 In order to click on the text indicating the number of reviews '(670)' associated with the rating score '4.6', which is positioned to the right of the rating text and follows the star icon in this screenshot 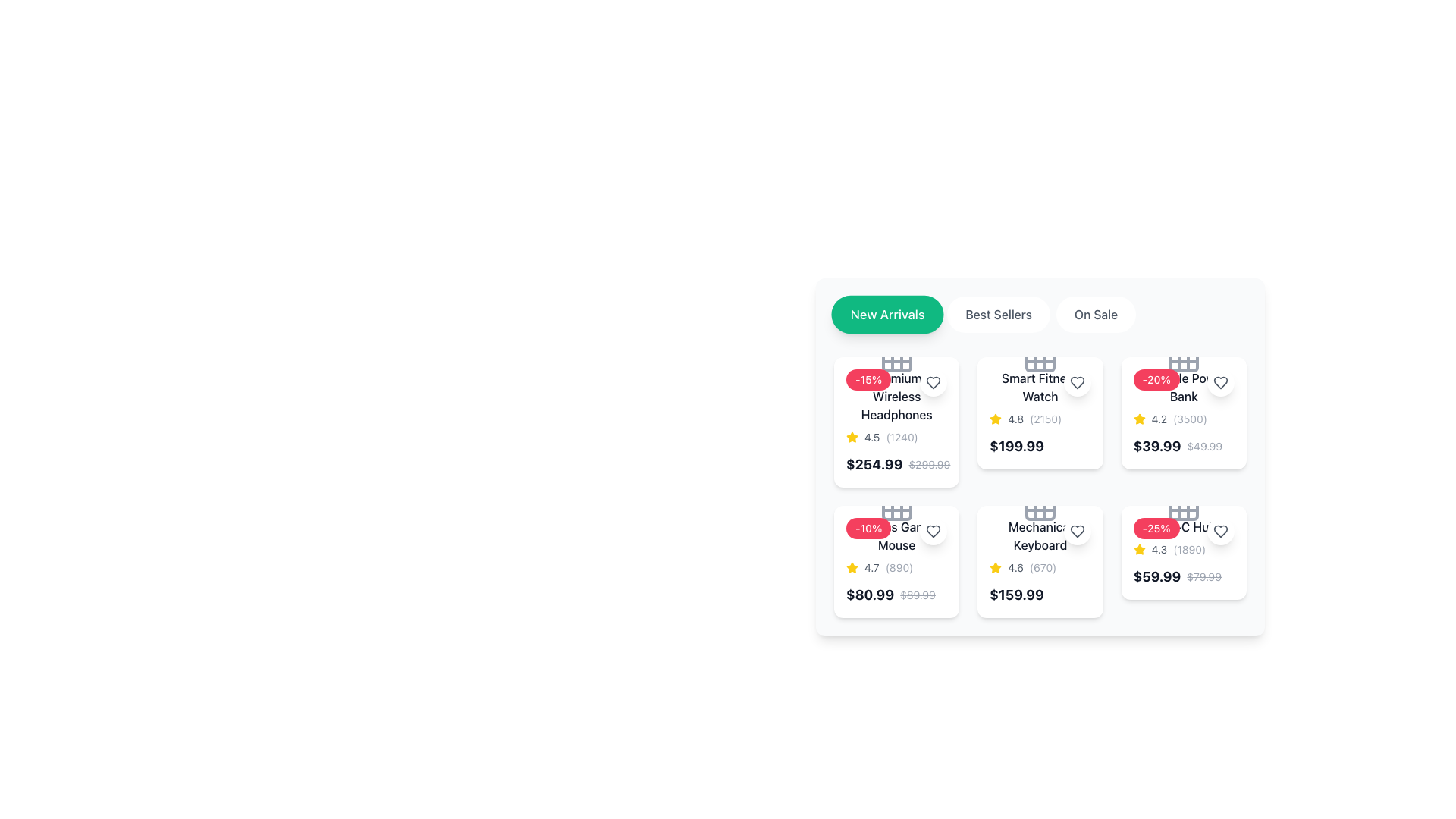, I will do `click(1042, 567)`.